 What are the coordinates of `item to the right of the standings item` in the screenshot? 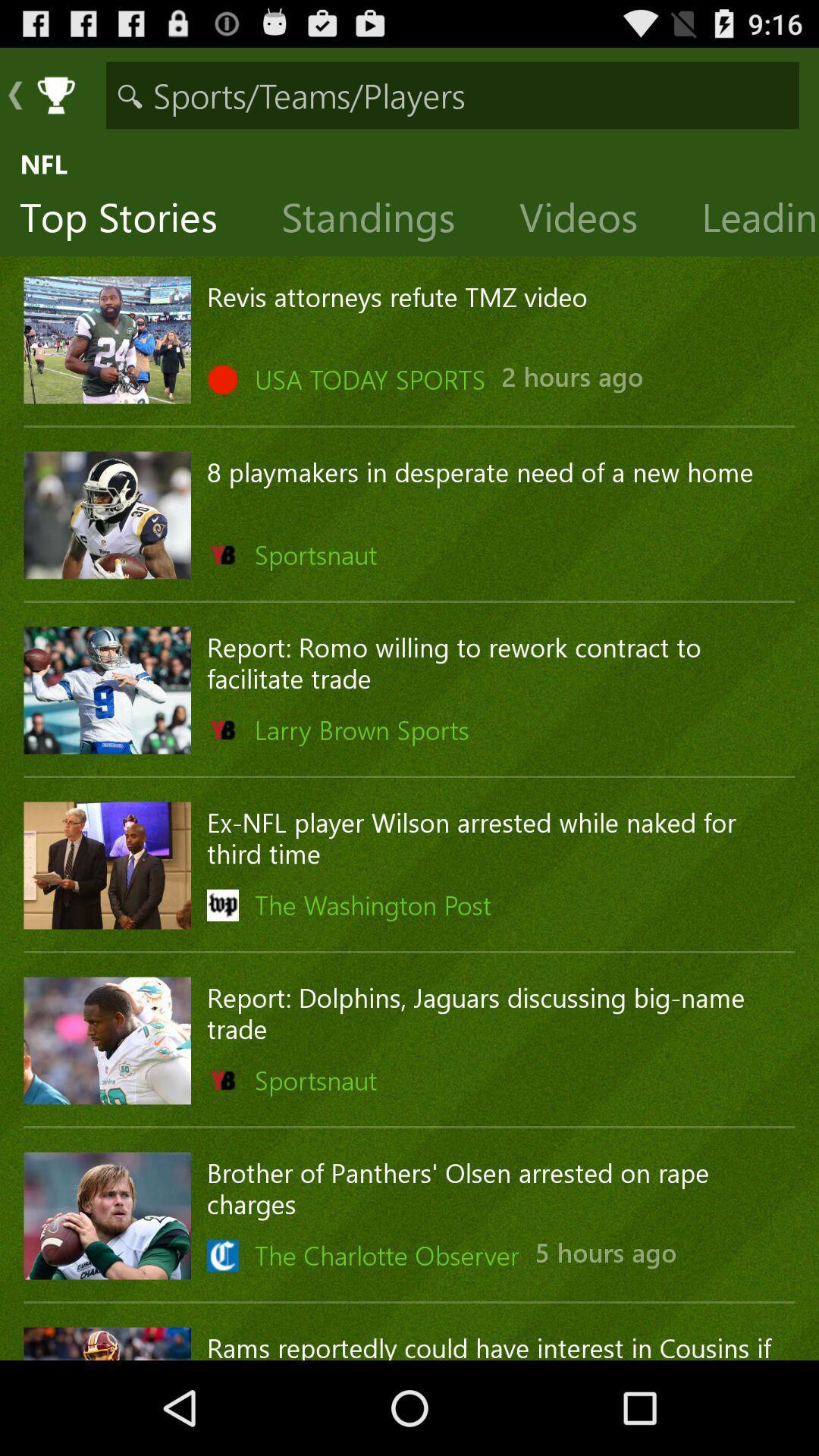 It's located at (589, 220).